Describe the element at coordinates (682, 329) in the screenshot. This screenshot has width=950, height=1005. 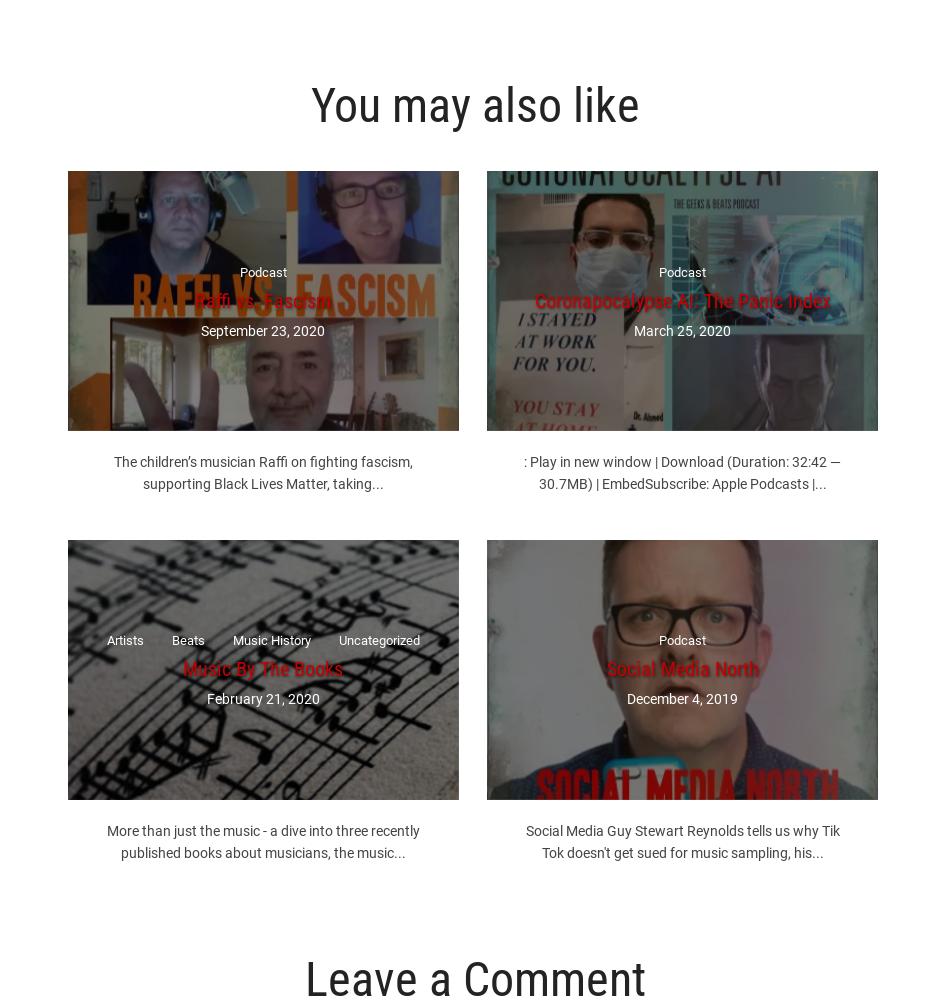
I see `'March 25, 2020'` at that location.